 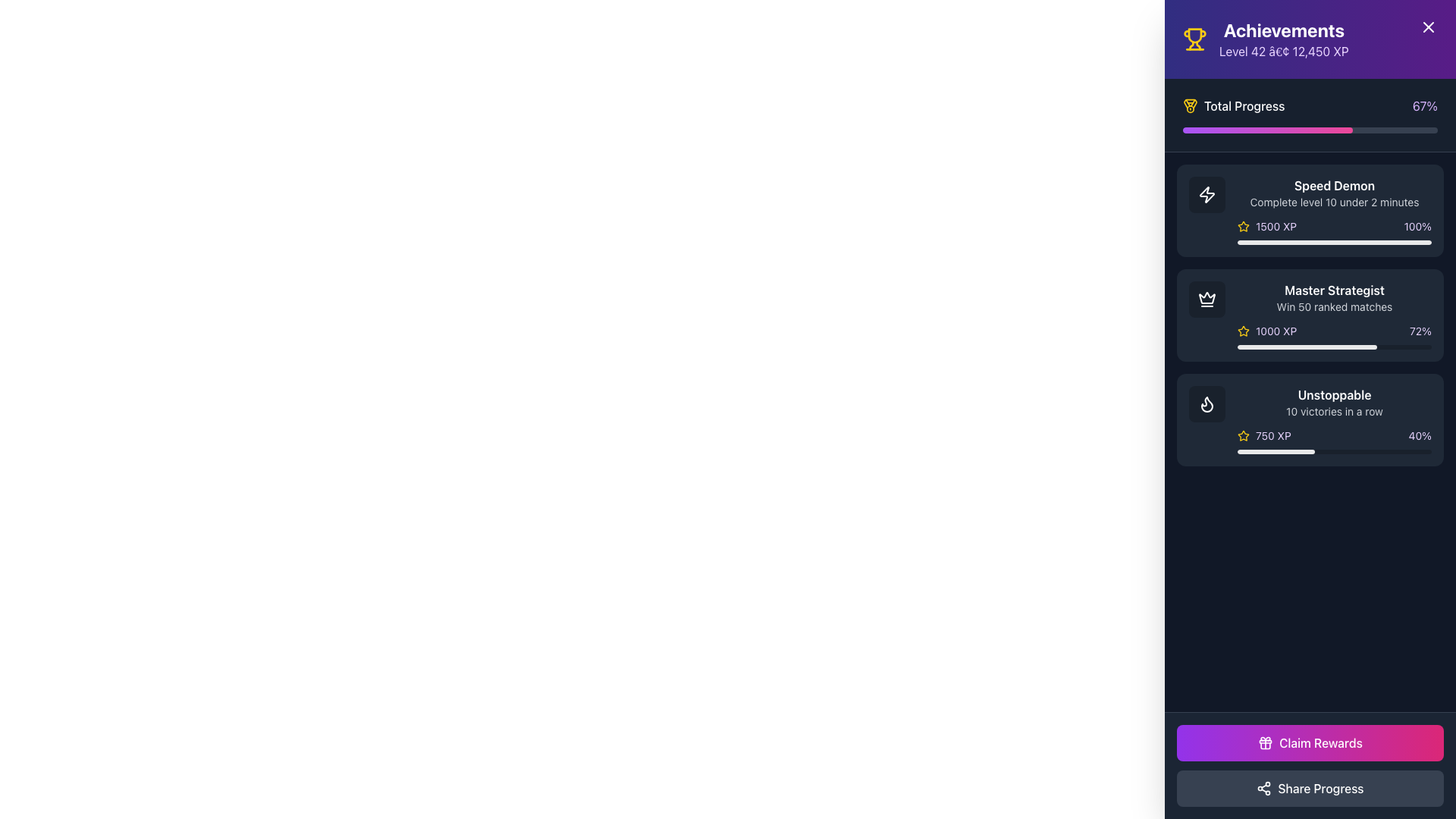 What do you see at coordinates (1207, 193) in the screenshot?
I see `the decorative SVG icon representing an achievement entry, located near the top-left corner of the achievements panel, next to the text label` at bounding box center [1207, 193].